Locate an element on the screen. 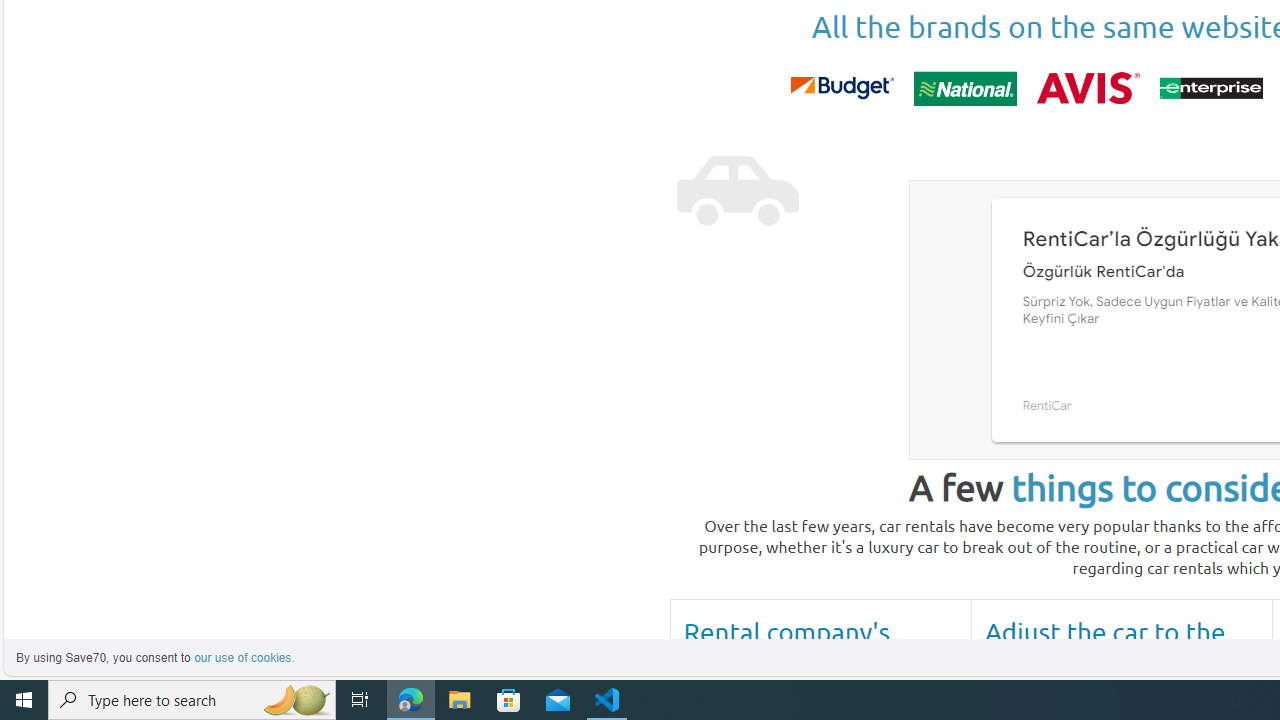  'Budget' is located at coordinates (841, 87).